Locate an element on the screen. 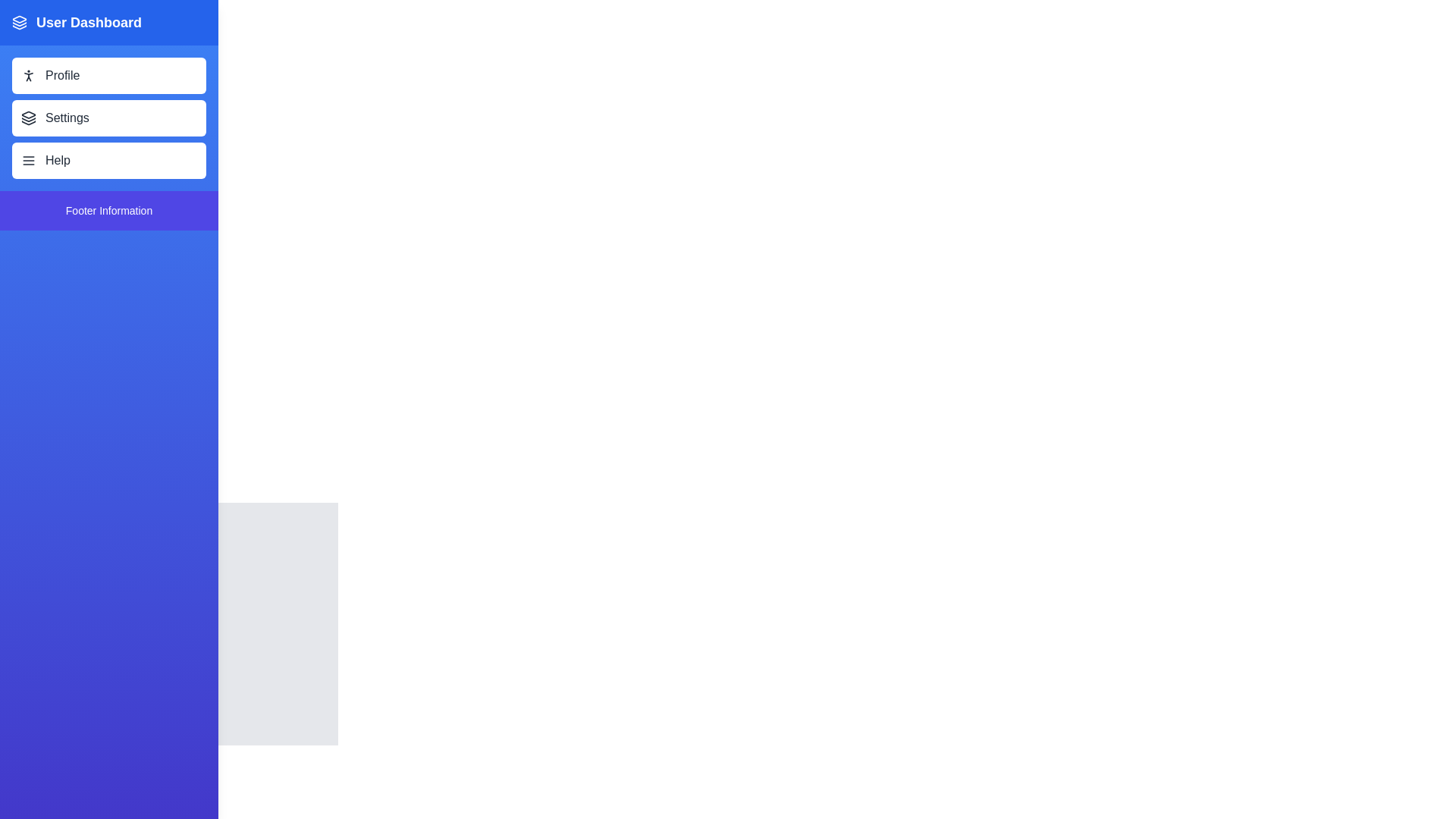 Image resolution: width=1456 pixels, height=819 pixels. the SVG icon representing stacked layers in the navigation header of the User Dashboard is located at coordinates (19, 23).